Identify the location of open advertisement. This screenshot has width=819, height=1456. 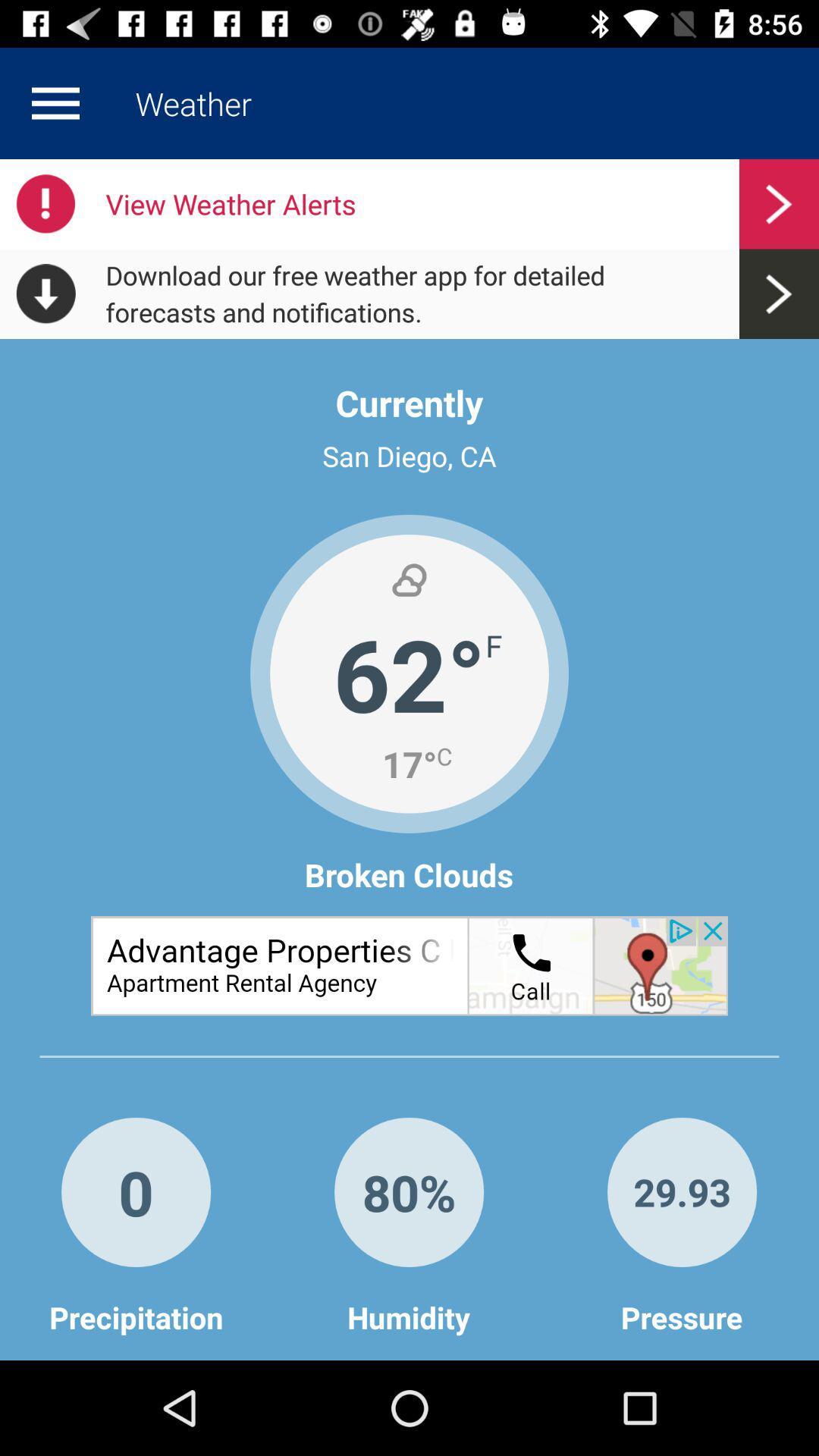
(409, 965).